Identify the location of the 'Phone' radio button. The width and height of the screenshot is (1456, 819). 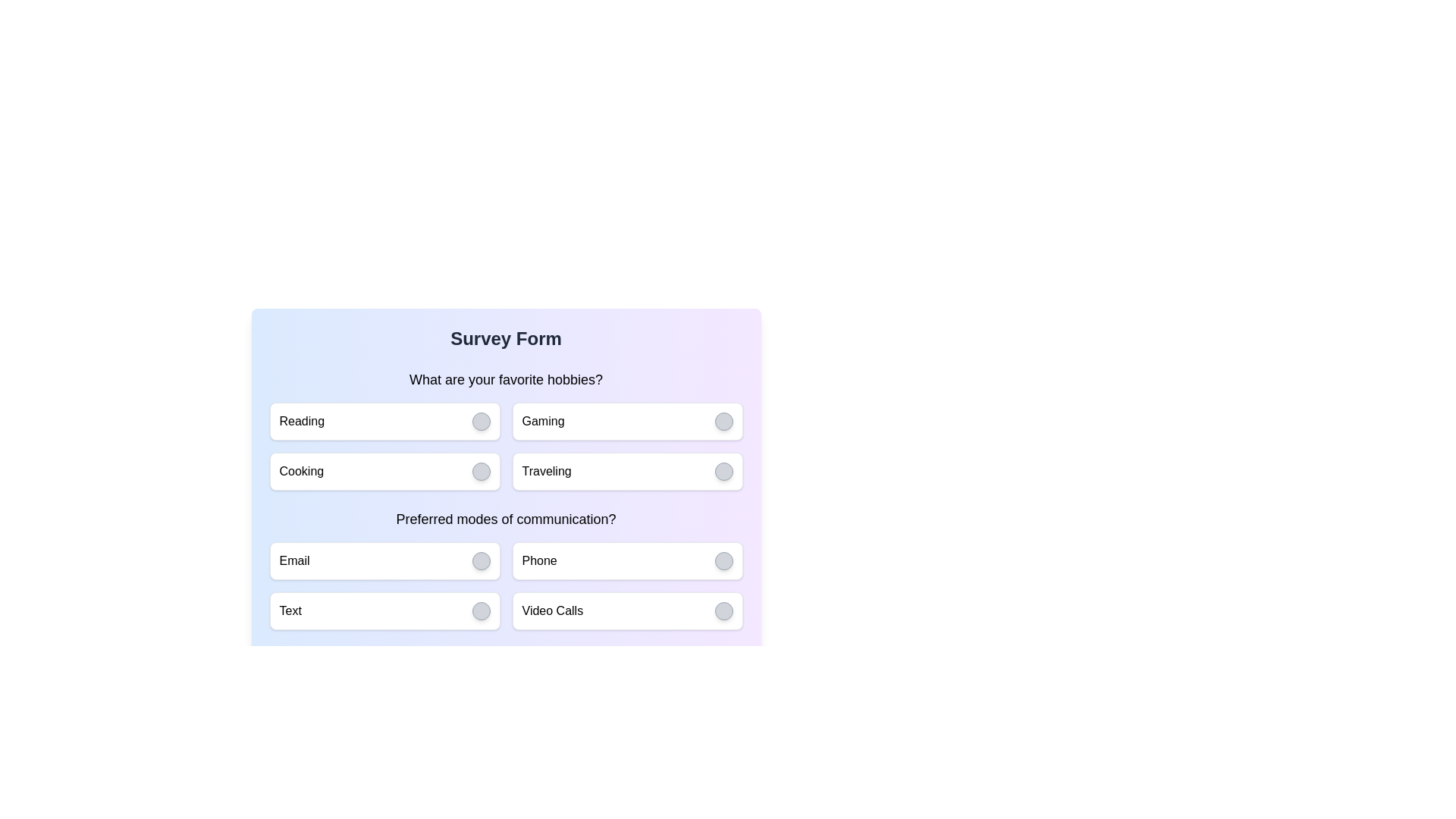
(723, 561).